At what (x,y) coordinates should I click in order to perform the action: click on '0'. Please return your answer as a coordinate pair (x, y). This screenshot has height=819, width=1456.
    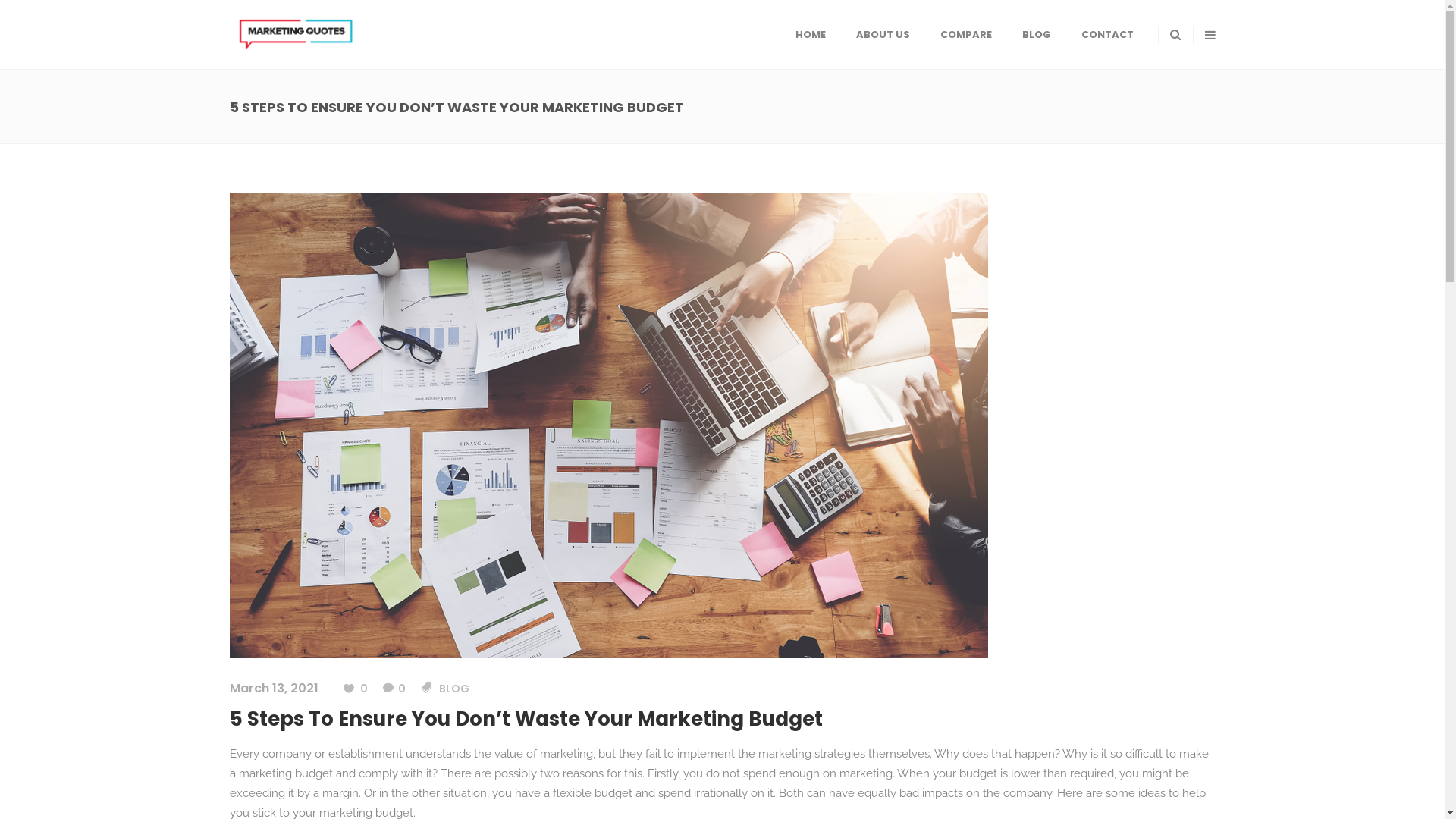
    Looking at the image, I should click on (353, 688).